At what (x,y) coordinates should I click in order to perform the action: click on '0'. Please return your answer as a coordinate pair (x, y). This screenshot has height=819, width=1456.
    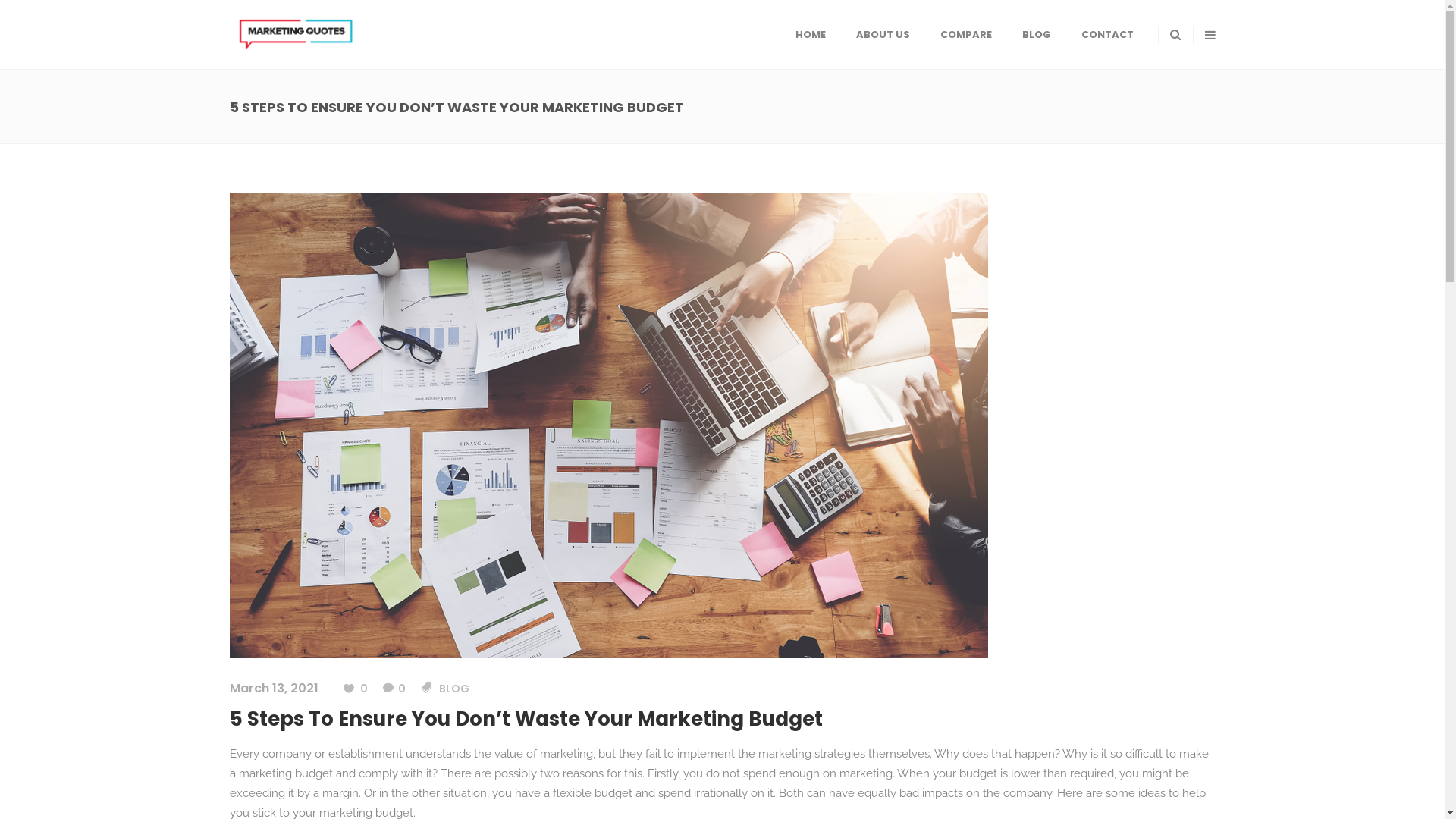
    Looking at the image, I should click on (353, 688).